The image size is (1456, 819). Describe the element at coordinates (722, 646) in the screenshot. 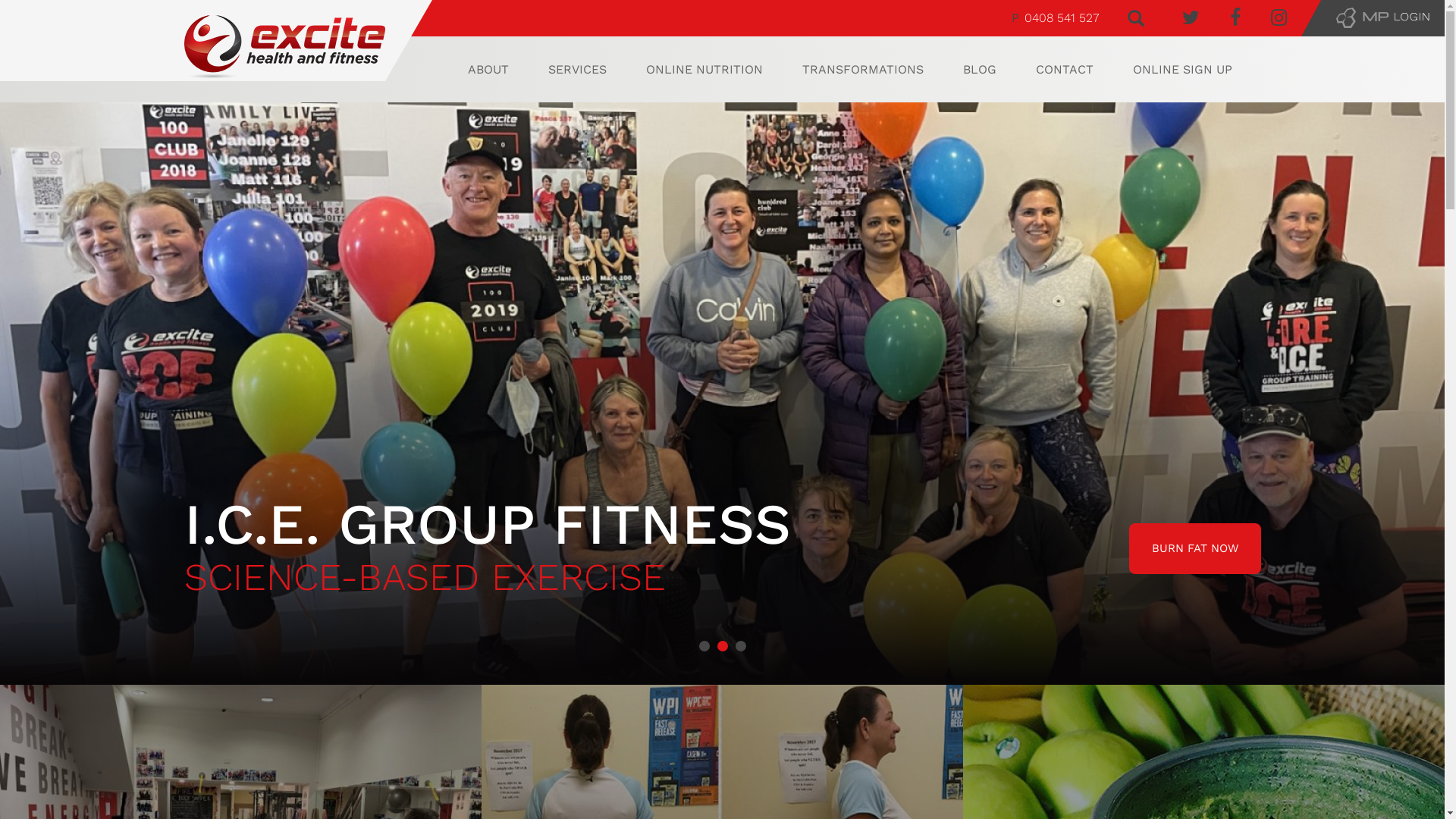

I see `'2'` at that location.